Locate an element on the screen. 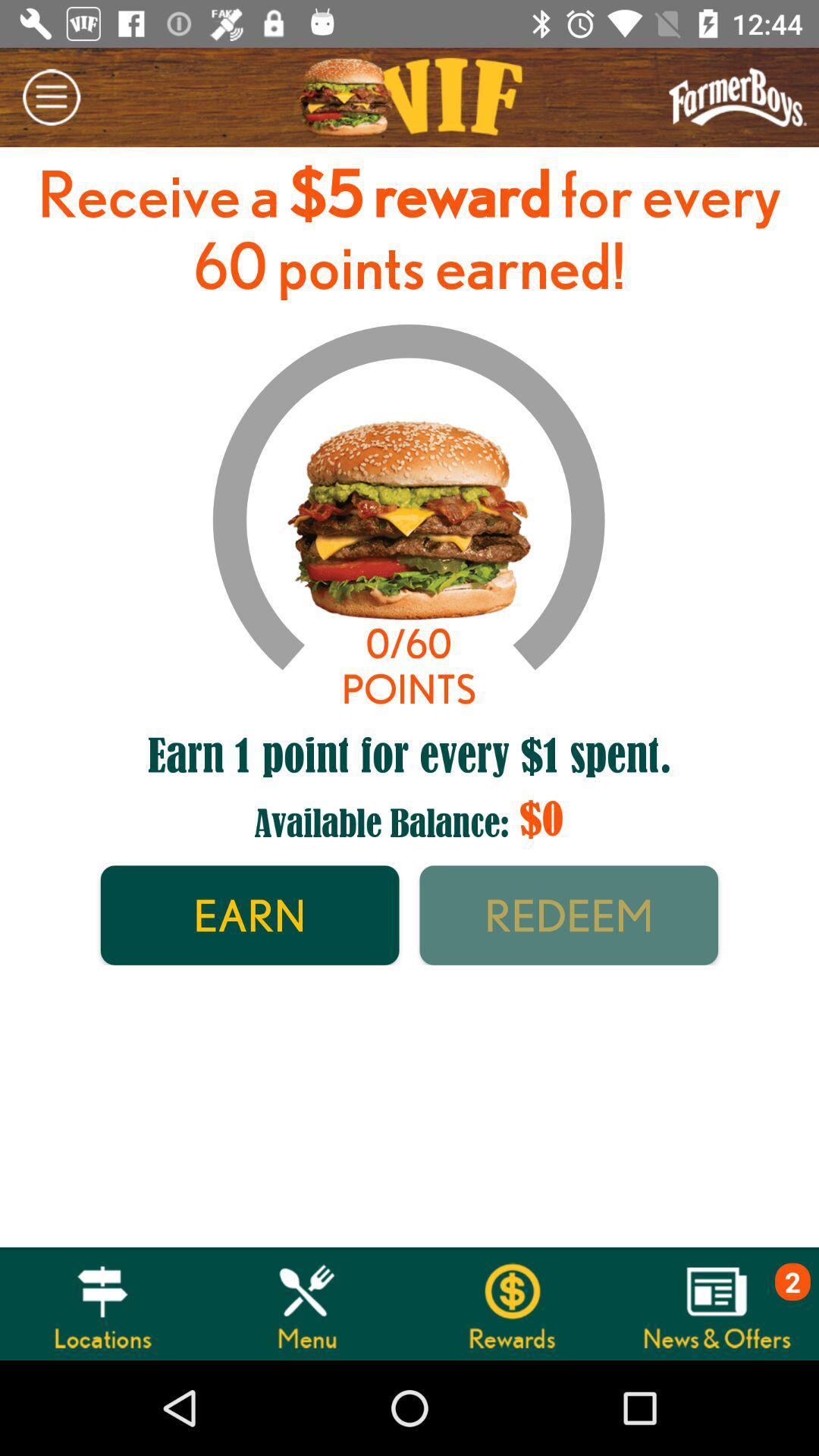  icon to the right of the earn item is located at coordinates (569, 915).